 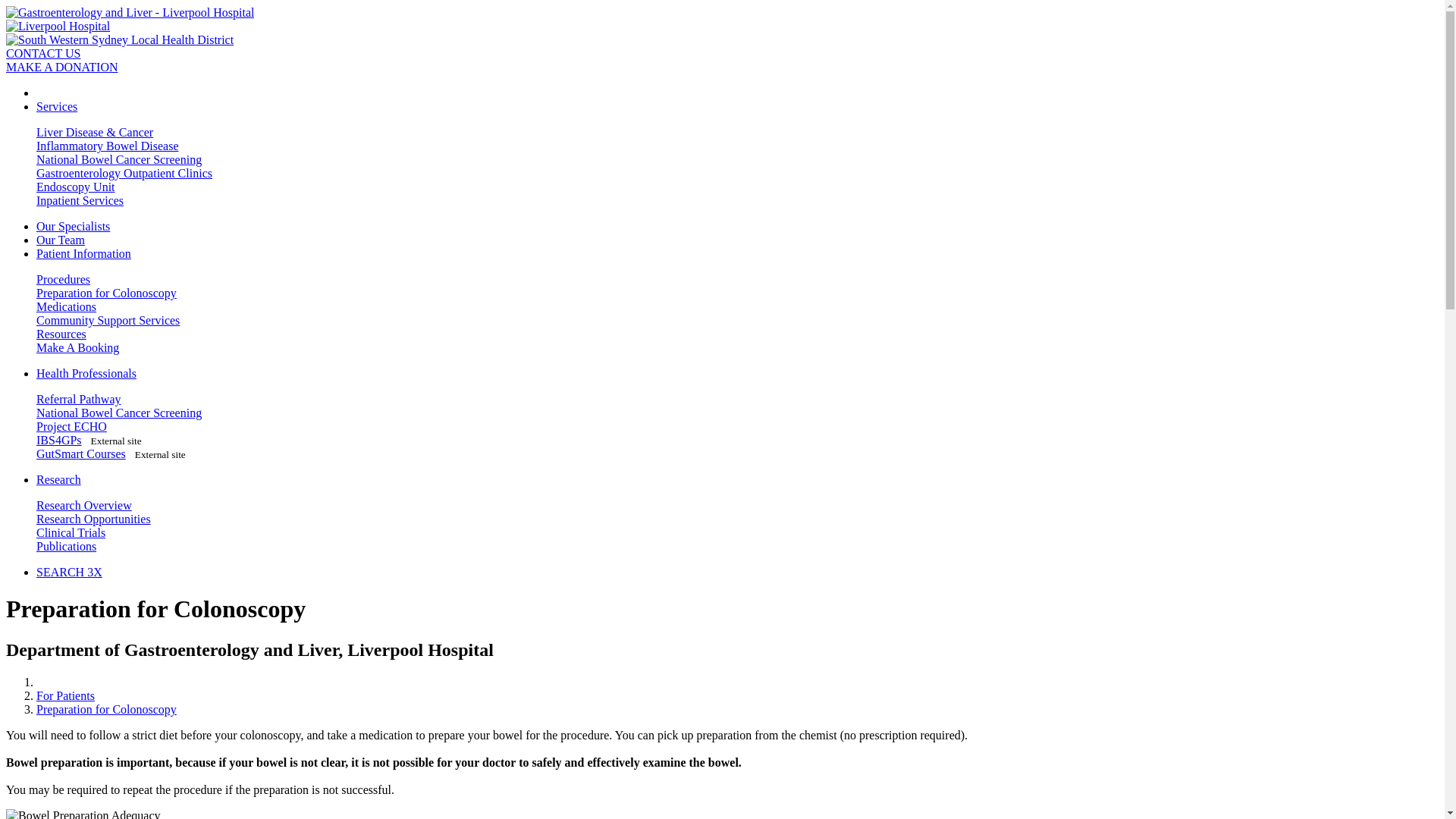 What do you see at coordinates (65, 546) in the screenshot?
I see `'Publications'` at bounding box center [65, 546].